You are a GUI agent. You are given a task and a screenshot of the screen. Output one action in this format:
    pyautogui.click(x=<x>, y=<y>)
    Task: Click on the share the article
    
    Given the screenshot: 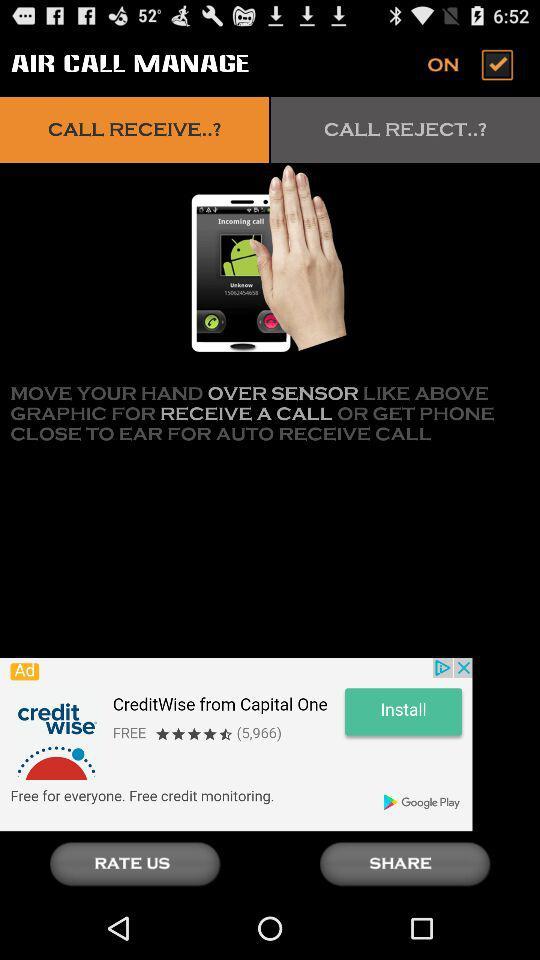 What is the action you would take?
    pyautogui.click(x=405, y=863)
    